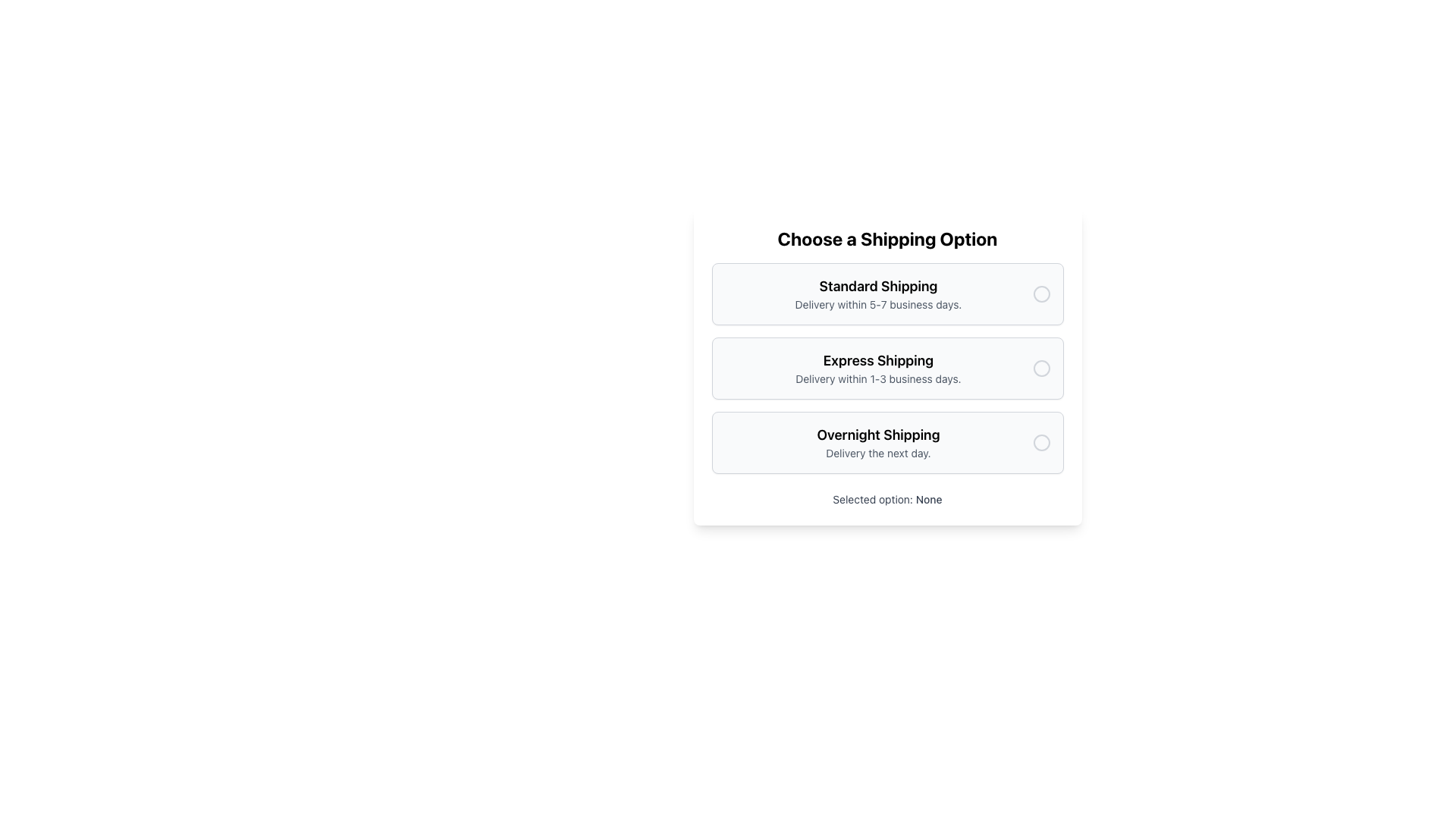 The height and width of the screenshot is (819, 1456). What do you see at coordinates (887, 500) in the screenshot?
I see `the Text label that indicates the currently selected shipping option, which is located below the last shipping option 'Overnight Shipping'` at bounding box center [887, 500].